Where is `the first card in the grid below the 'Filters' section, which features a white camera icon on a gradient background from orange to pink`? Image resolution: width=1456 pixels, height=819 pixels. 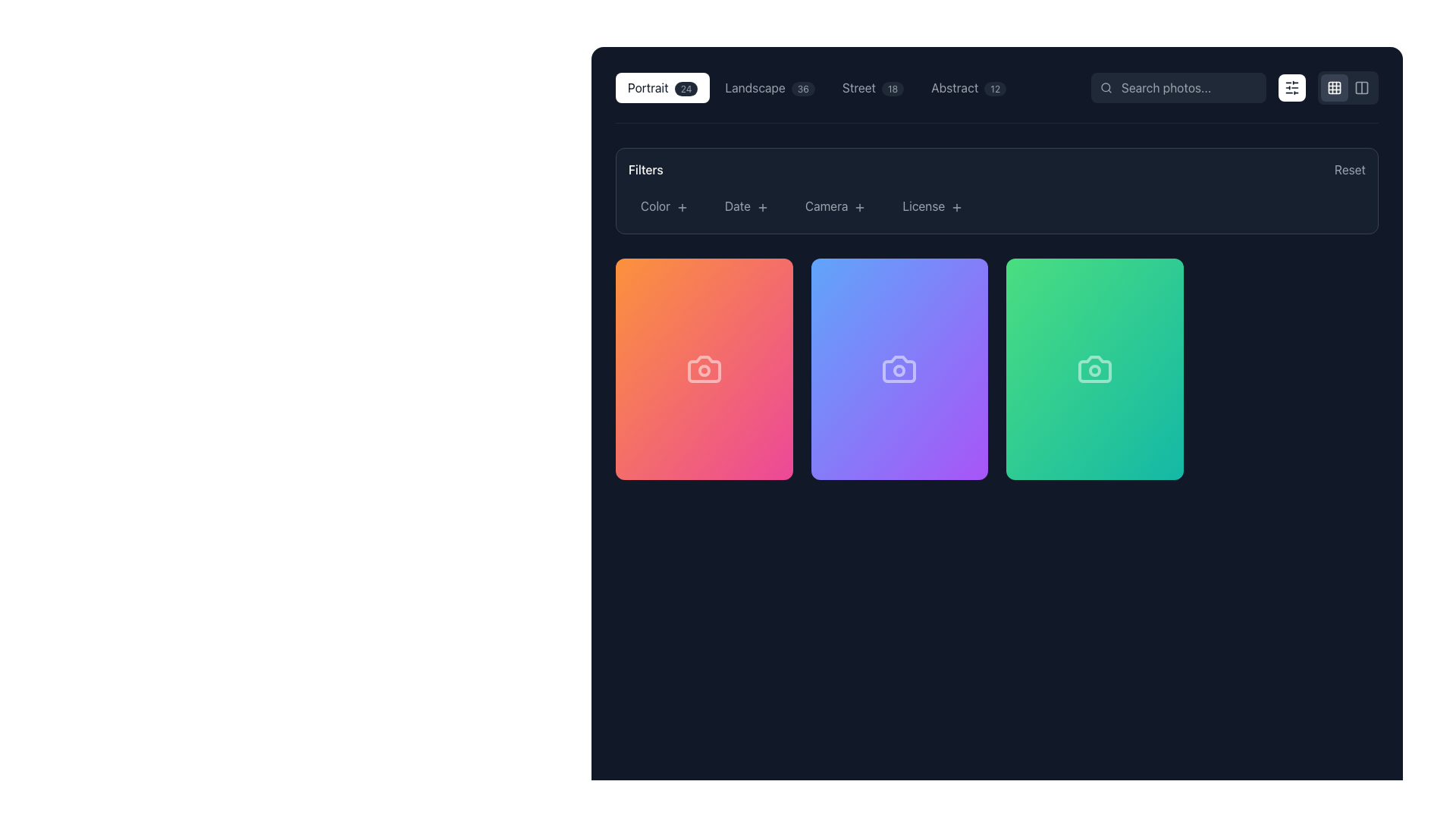 the first card in the grid below the 'Filters' section, which features a white camera icon on a gradient background from orange to pink is located at coordinates (703, 369).